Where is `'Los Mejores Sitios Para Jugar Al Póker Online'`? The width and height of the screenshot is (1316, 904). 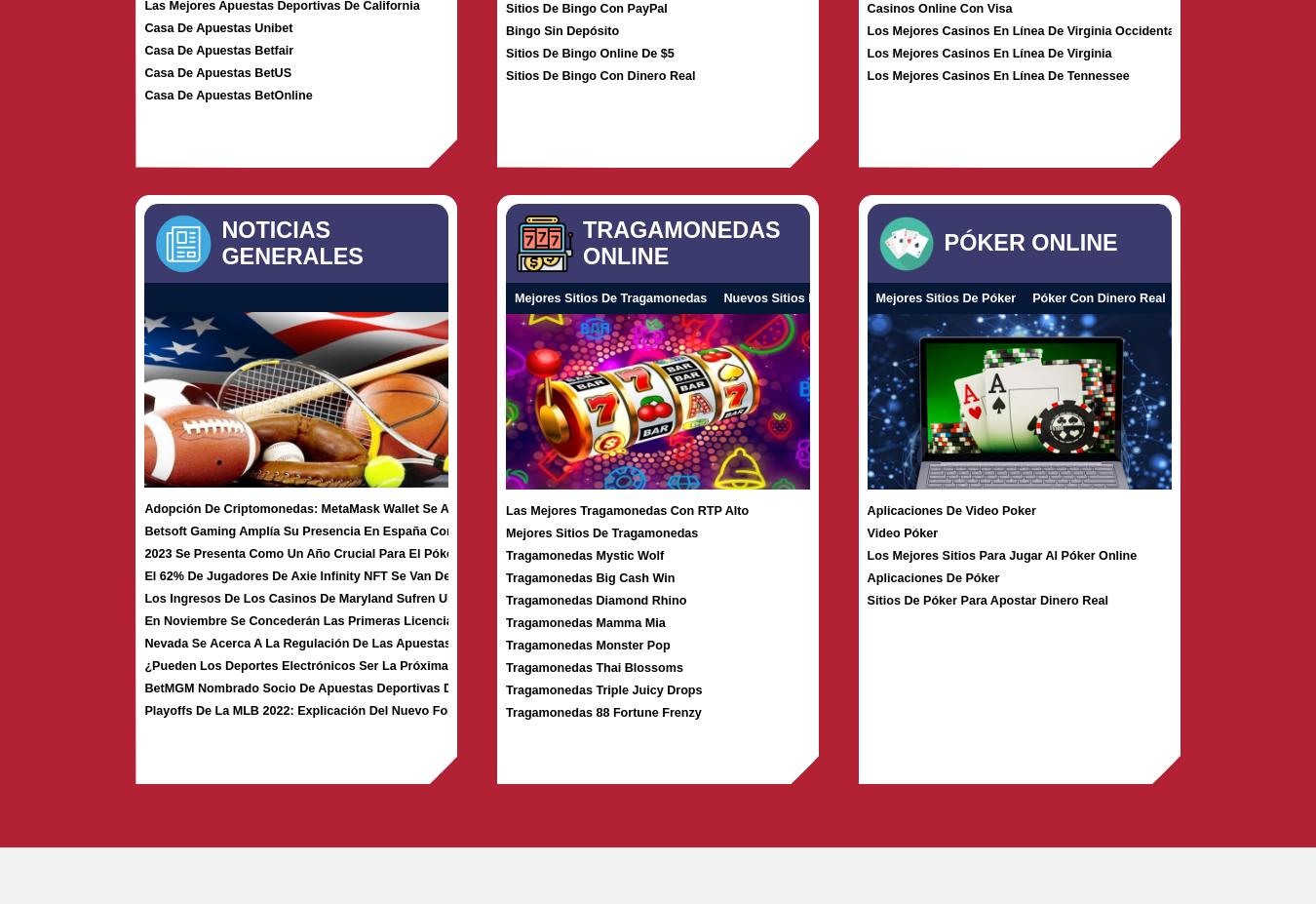 'Los Mejores Sitios Para Jugar Al Póker Online' is located at coordinates (1001, 554).